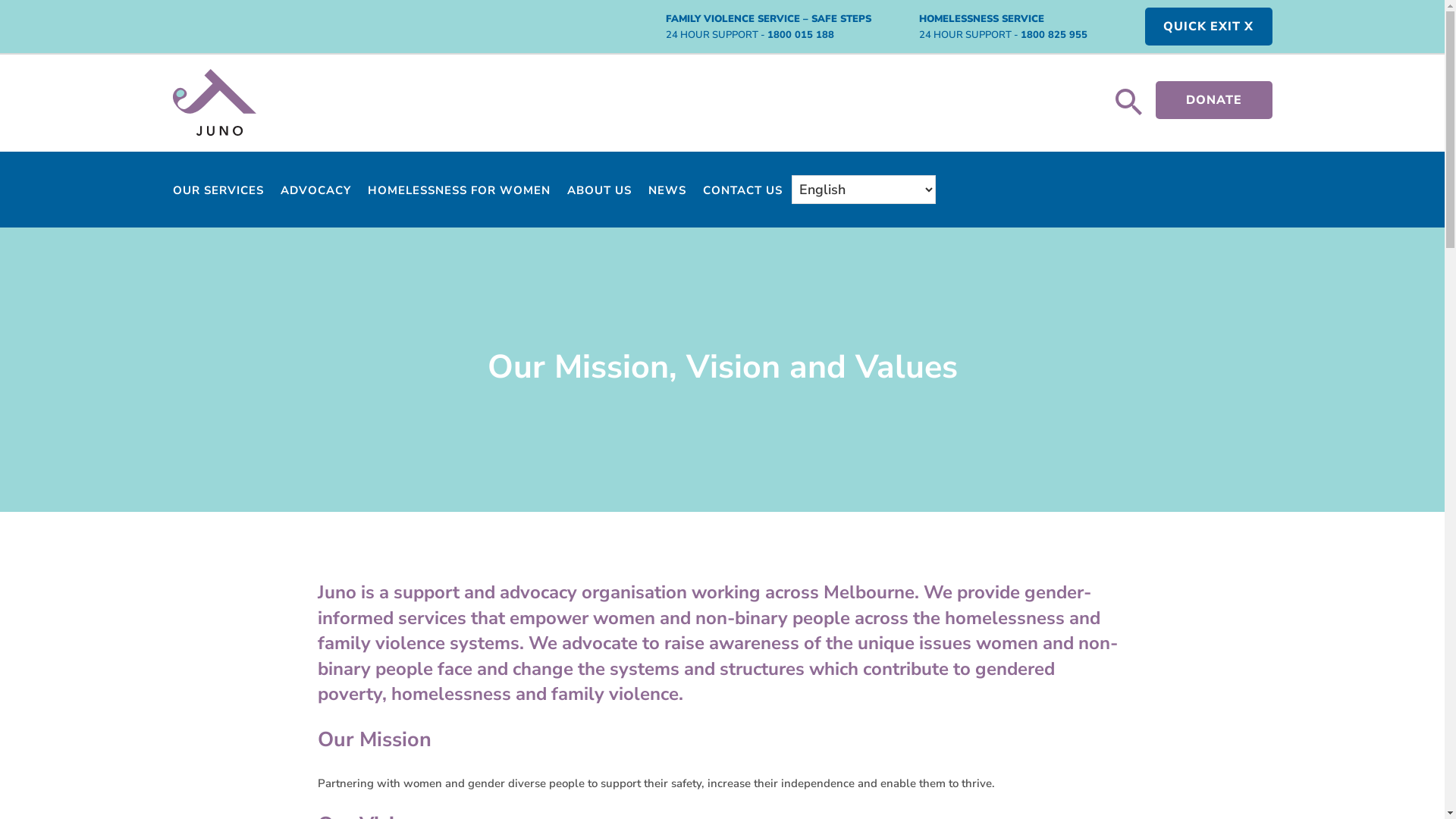  What do you see at coordinates (0, 0) in the screenshot?
I see `'Skip to primary navigation'` at bounding box center [0, 0].